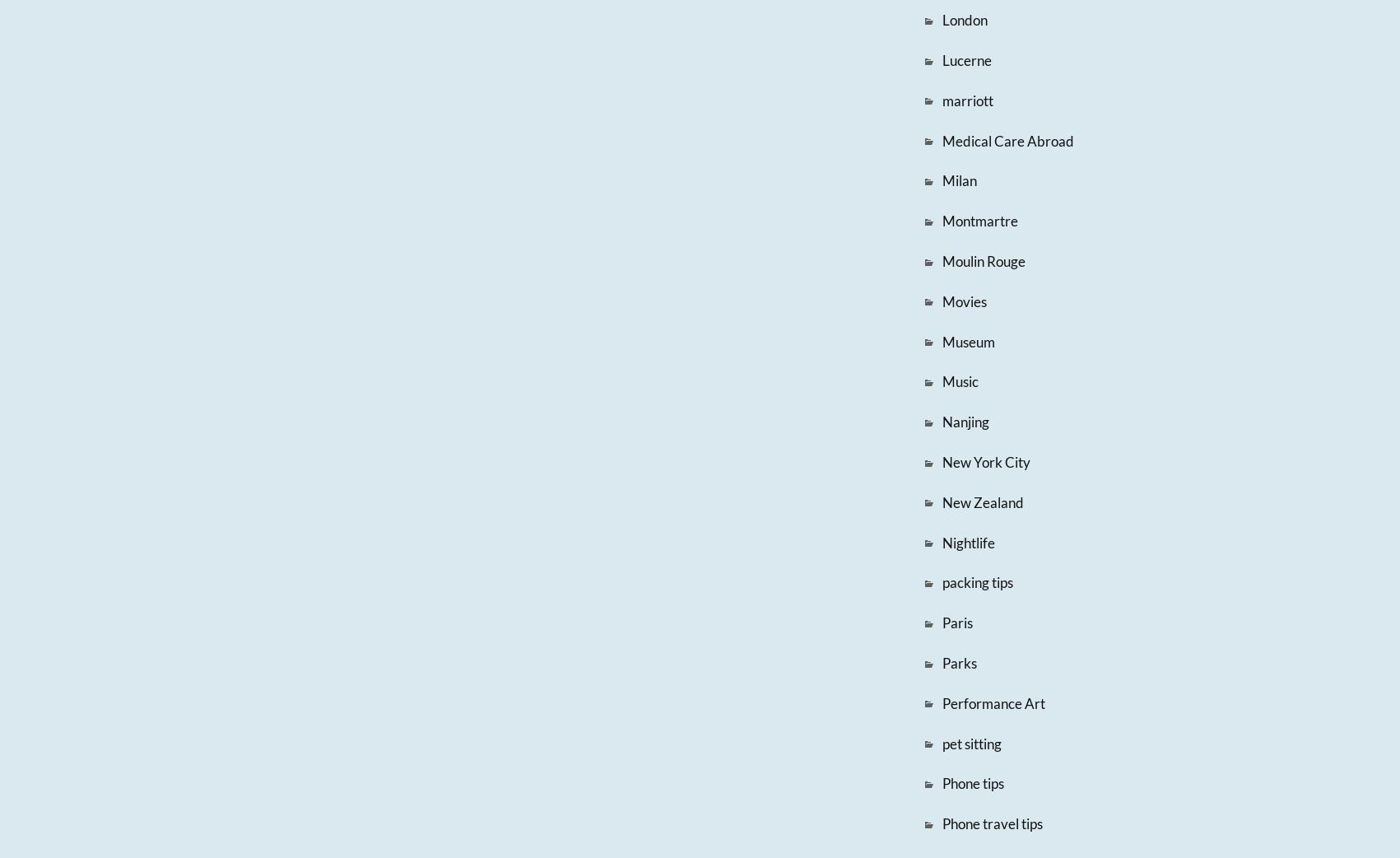  What do you see at coordinates (992, 702) in the screenshot?
I see `'Performance Art'` at bounding box center [992, 702].